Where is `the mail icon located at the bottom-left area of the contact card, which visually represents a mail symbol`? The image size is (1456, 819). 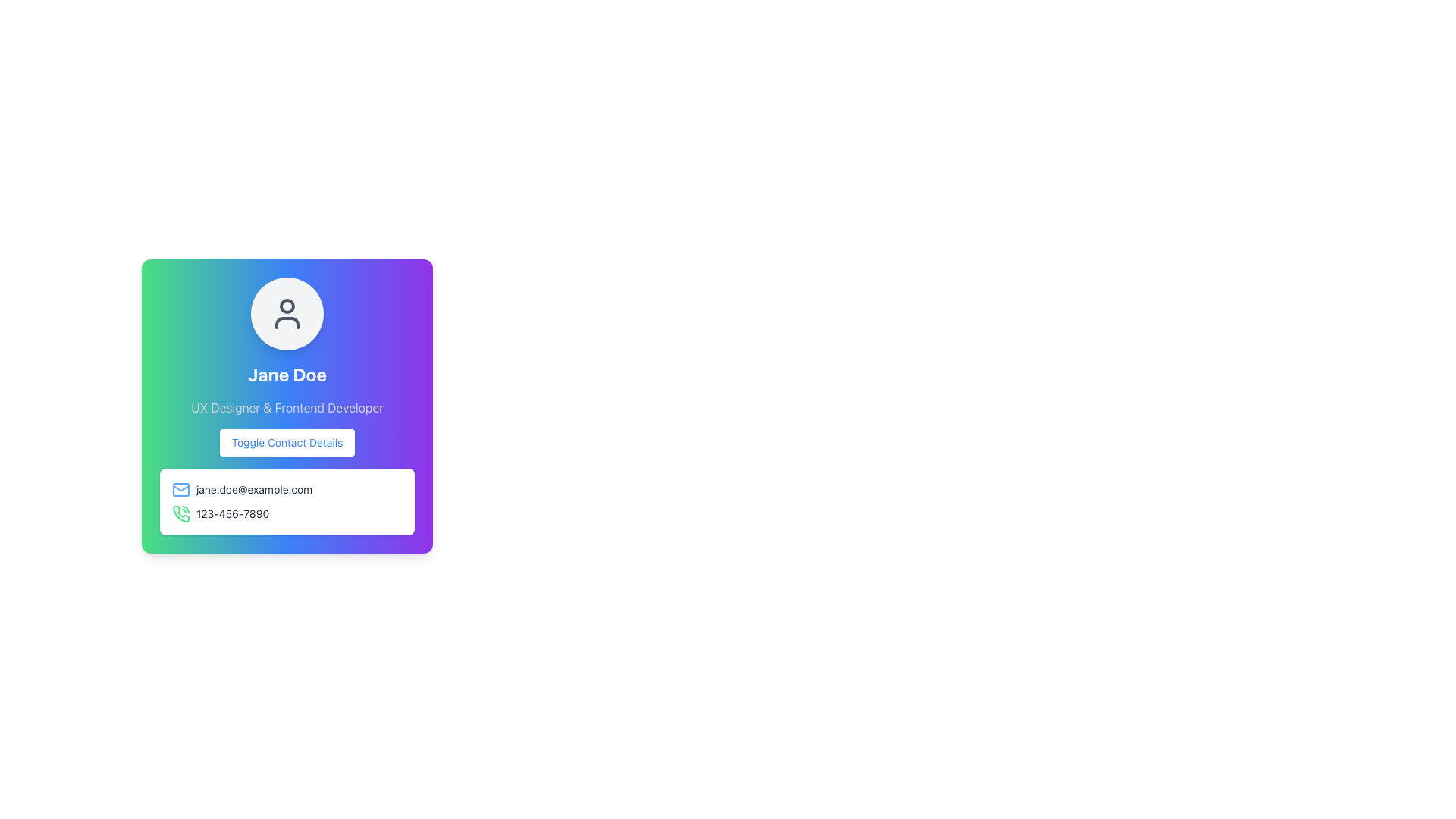
the mail icon located at the bottom-left area of the contact card, which visually represents a mail symbol is located at coordinates (181, 489).